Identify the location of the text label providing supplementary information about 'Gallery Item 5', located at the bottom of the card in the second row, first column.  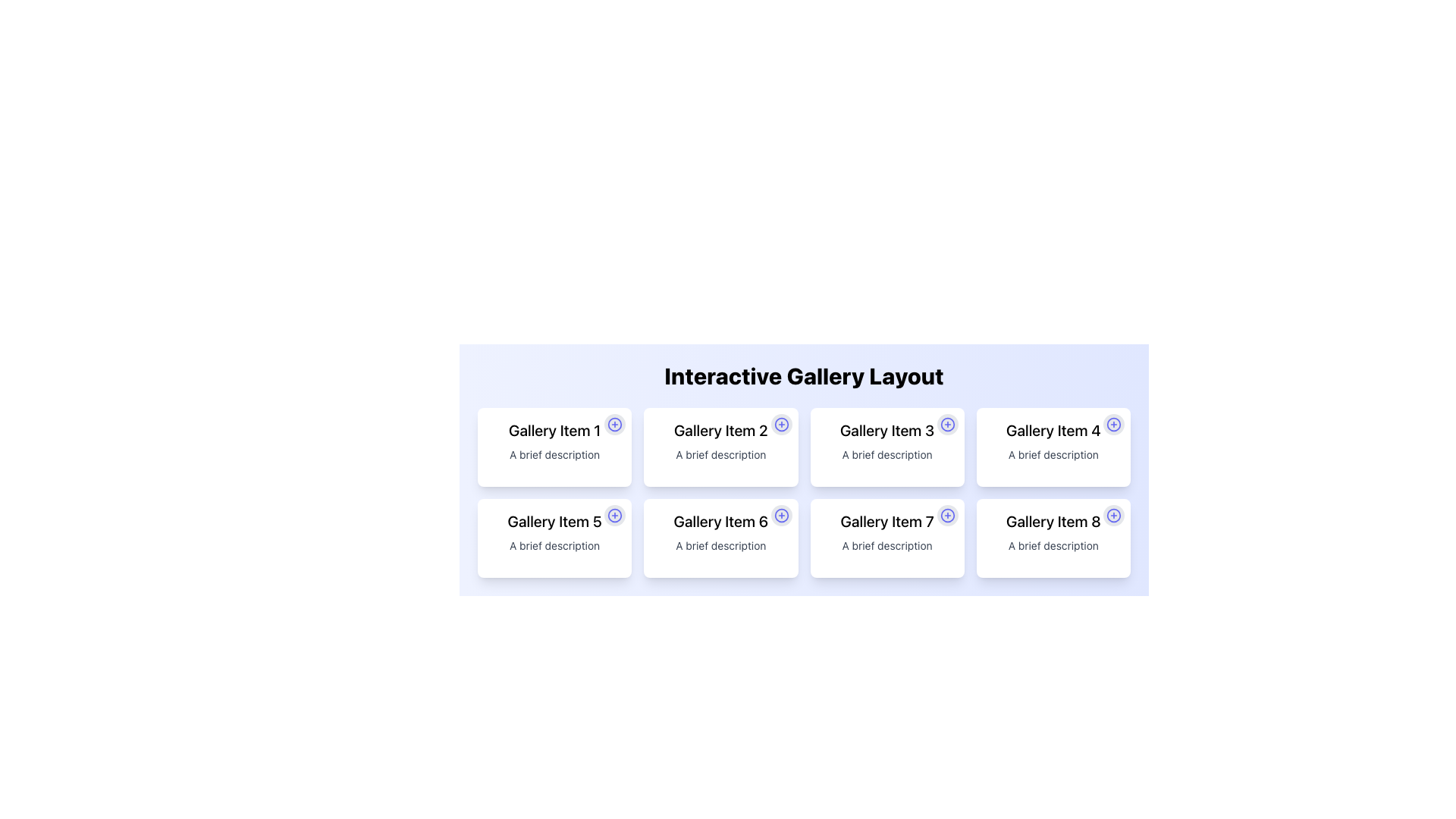
(554, 546).